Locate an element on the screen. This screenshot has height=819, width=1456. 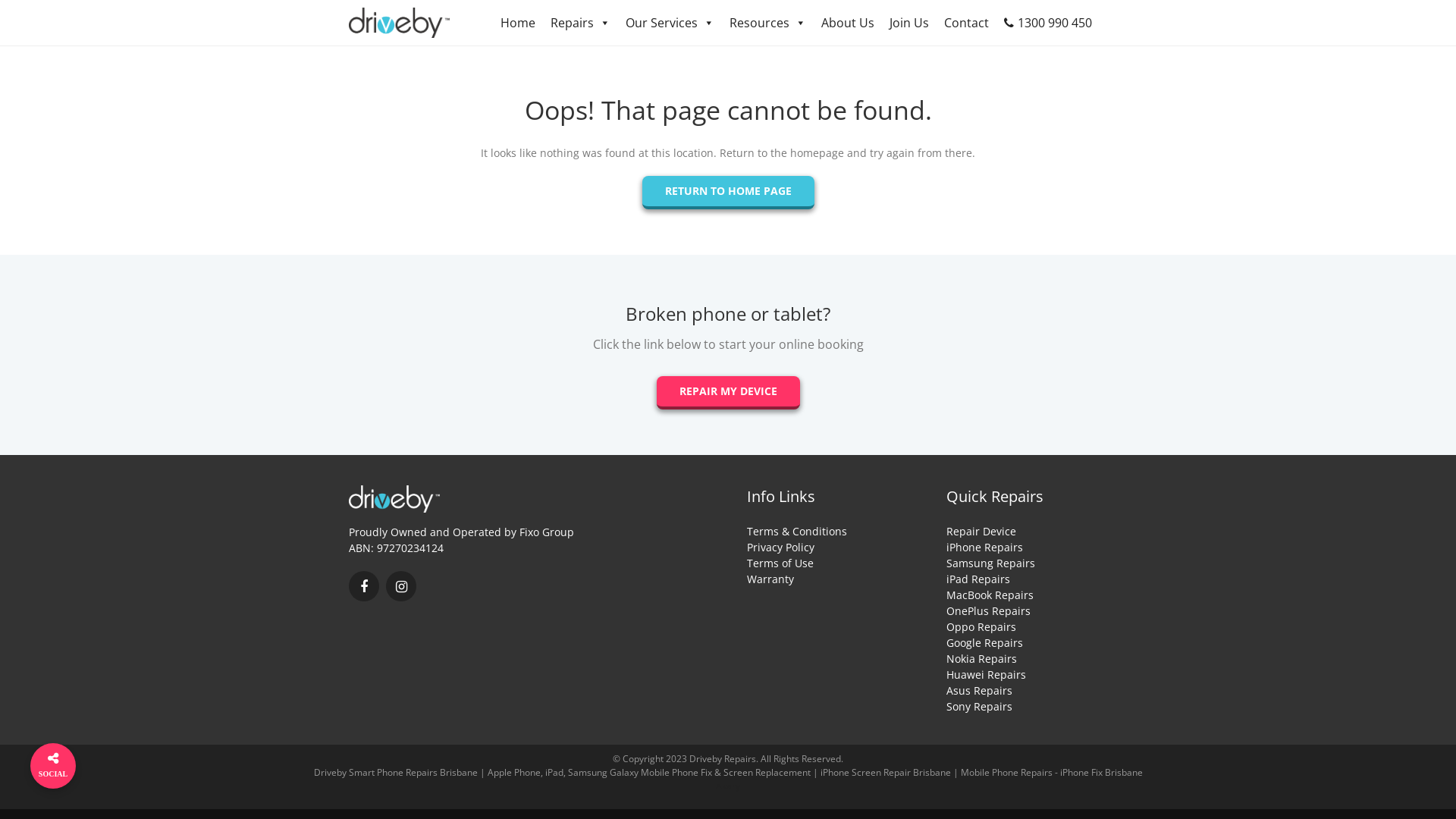
'Asus Repairs' is located at coordinates (946, 690).